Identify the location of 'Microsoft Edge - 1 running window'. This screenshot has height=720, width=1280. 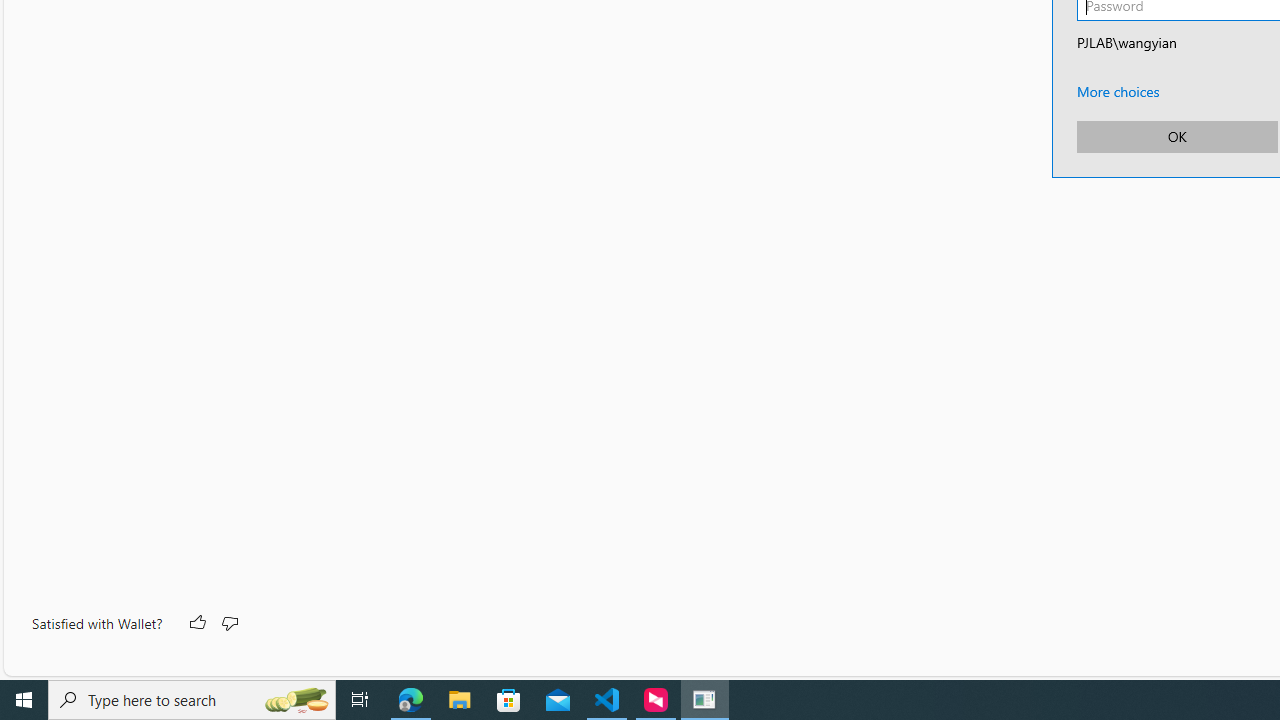
(410, 698).